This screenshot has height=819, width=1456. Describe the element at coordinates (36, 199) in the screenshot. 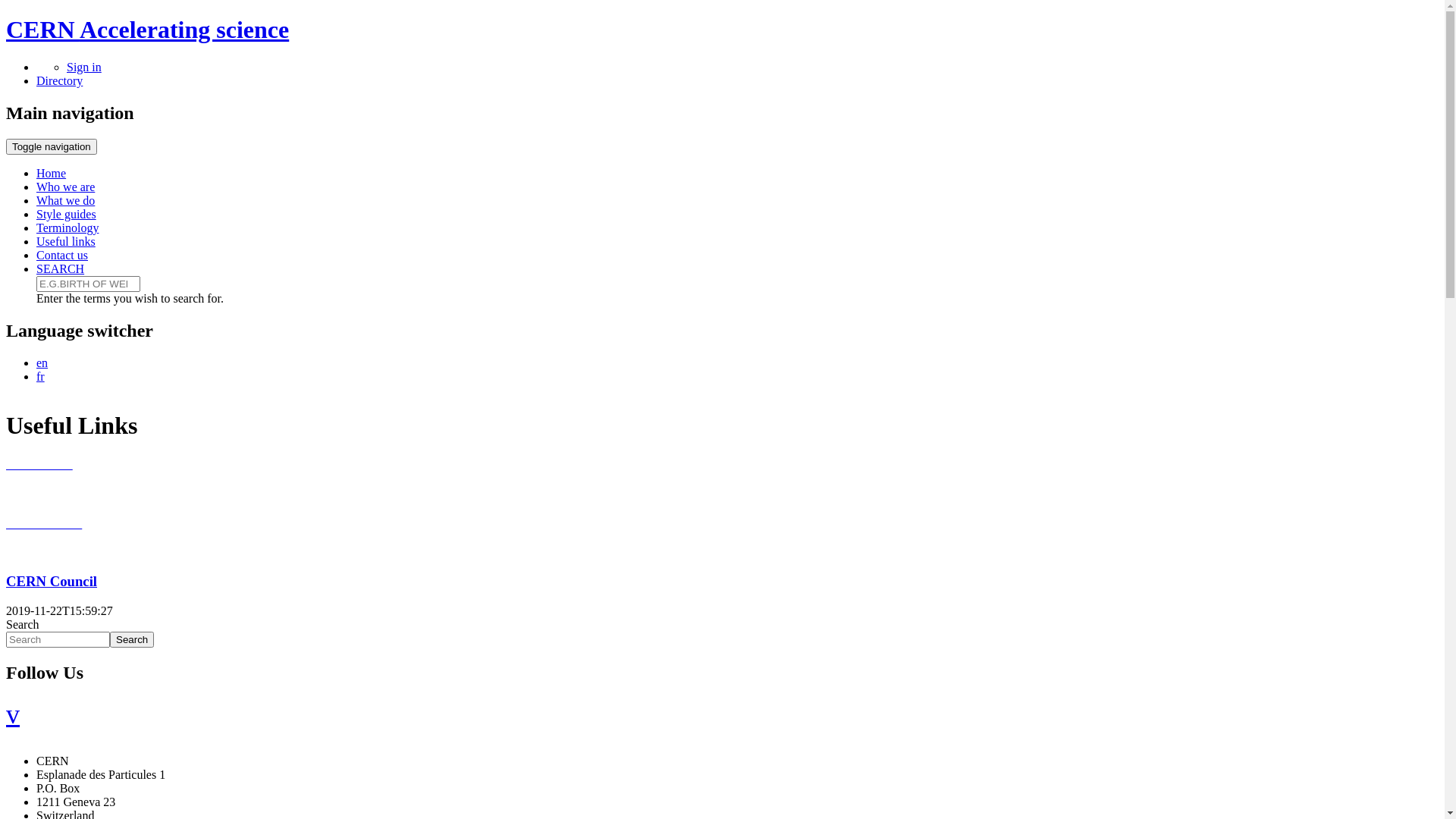

I see `'What we do'` at that location.